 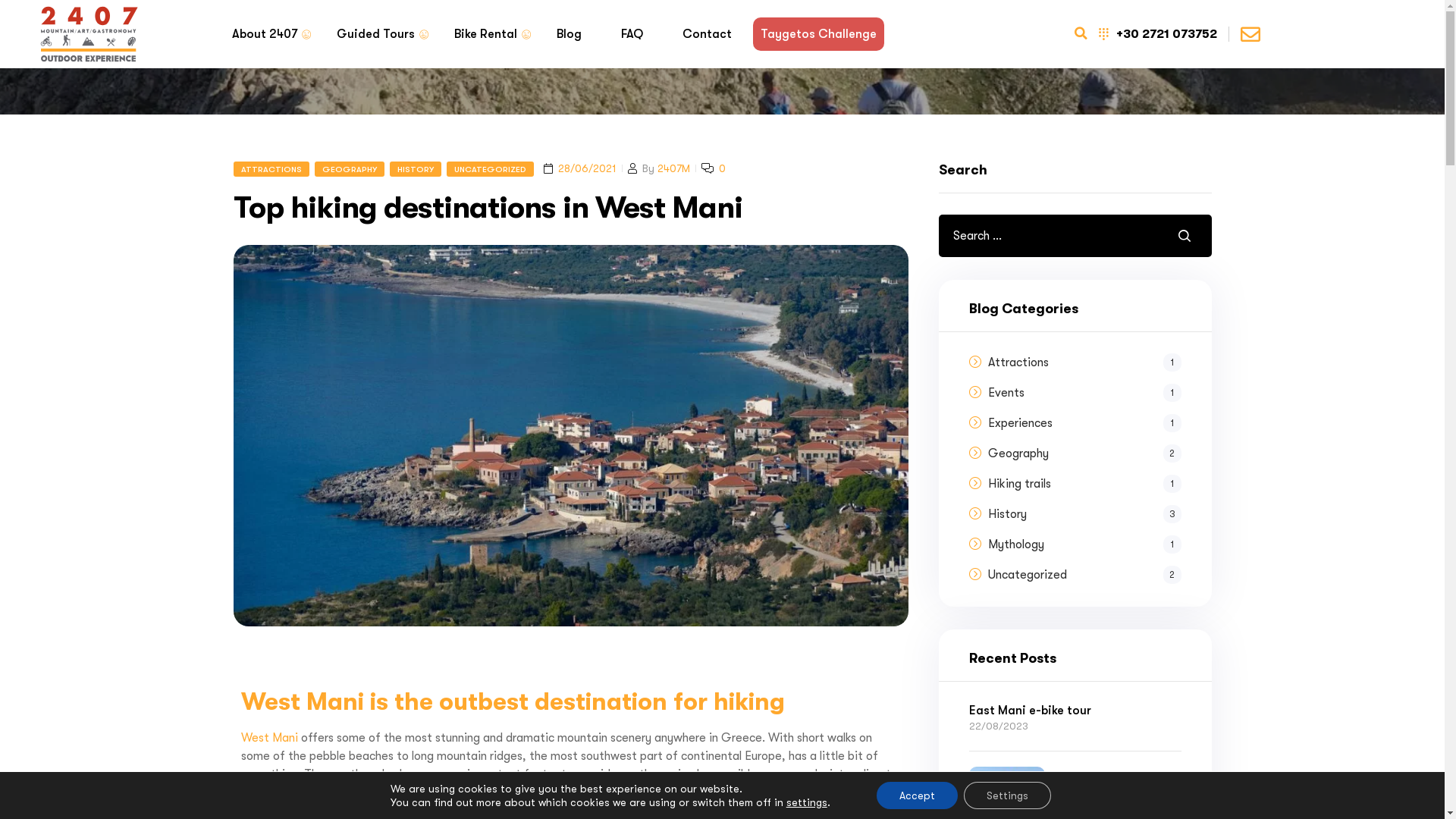 I want to click on 'Hiking trails, so click(x=1084, y=483).